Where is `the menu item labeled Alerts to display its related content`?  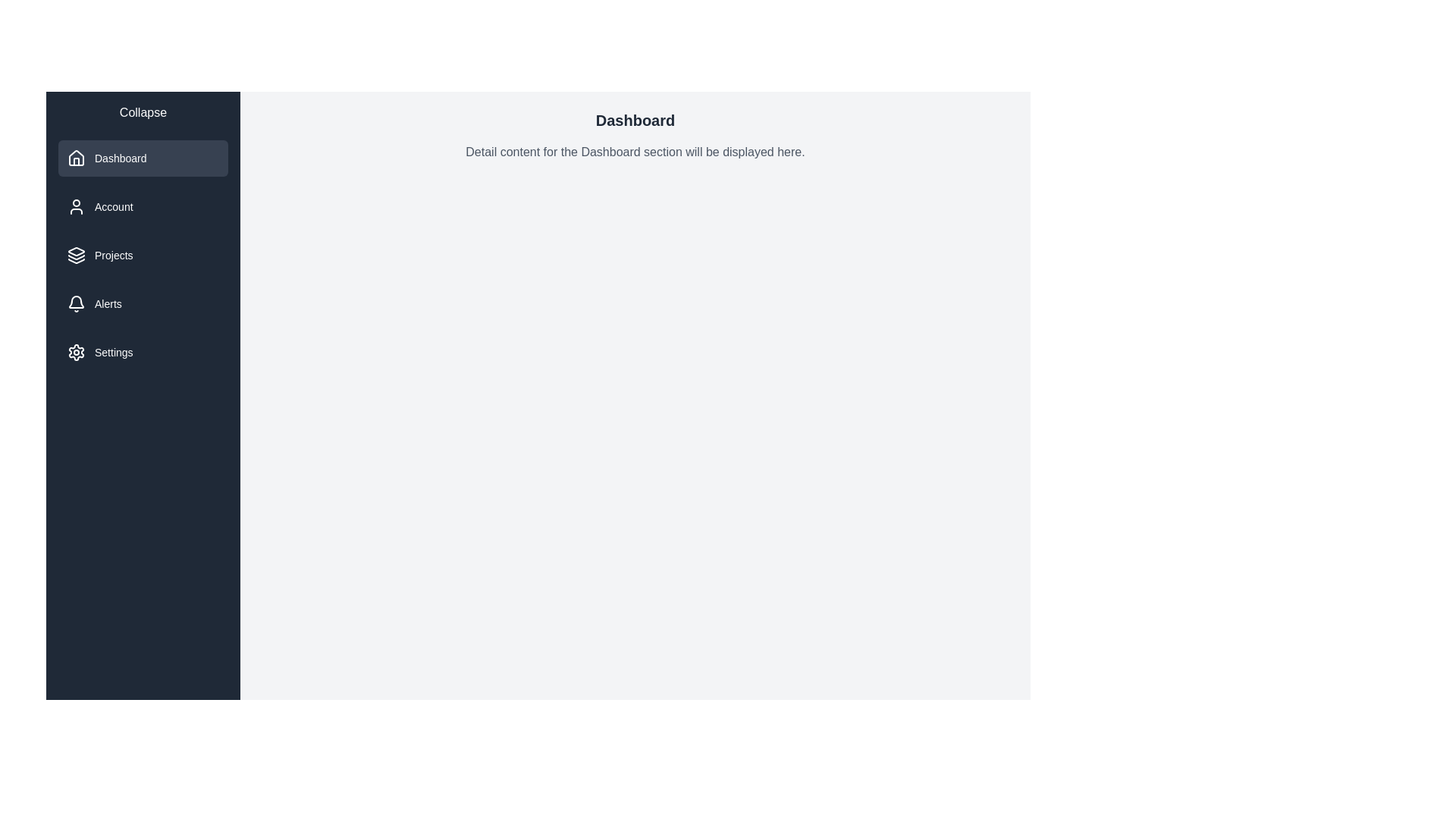
the menu item labeled Alerts to display its related content is located at coordinates (143, 304).